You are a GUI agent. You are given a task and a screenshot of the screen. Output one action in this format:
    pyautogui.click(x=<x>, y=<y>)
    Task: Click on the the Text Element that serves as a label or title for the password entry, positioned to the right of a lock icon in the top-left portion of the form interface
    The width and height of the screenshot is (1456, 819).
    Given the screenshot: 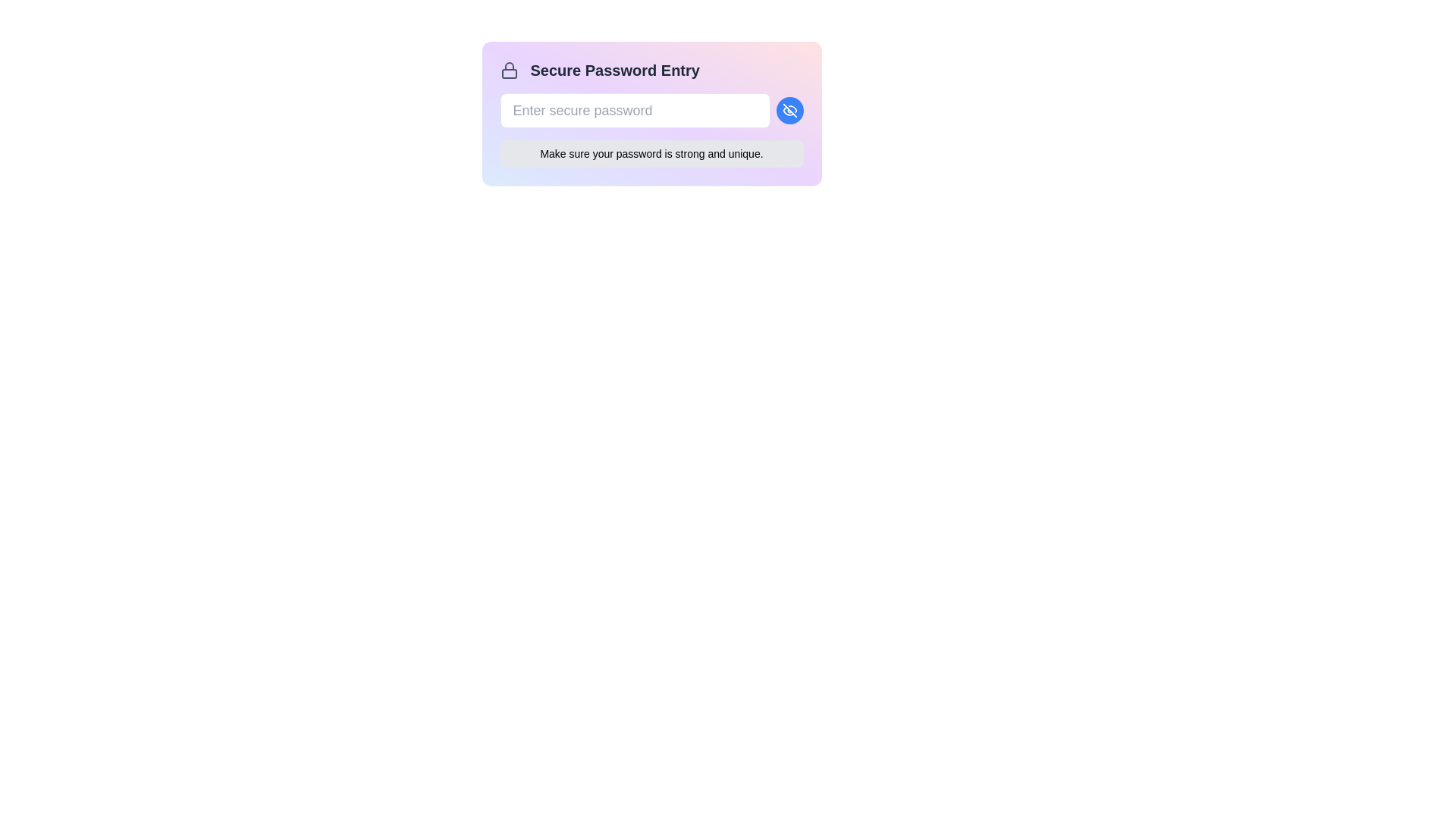 What is the action you would take?
    pyautogui.click(x=615, y=70)
    